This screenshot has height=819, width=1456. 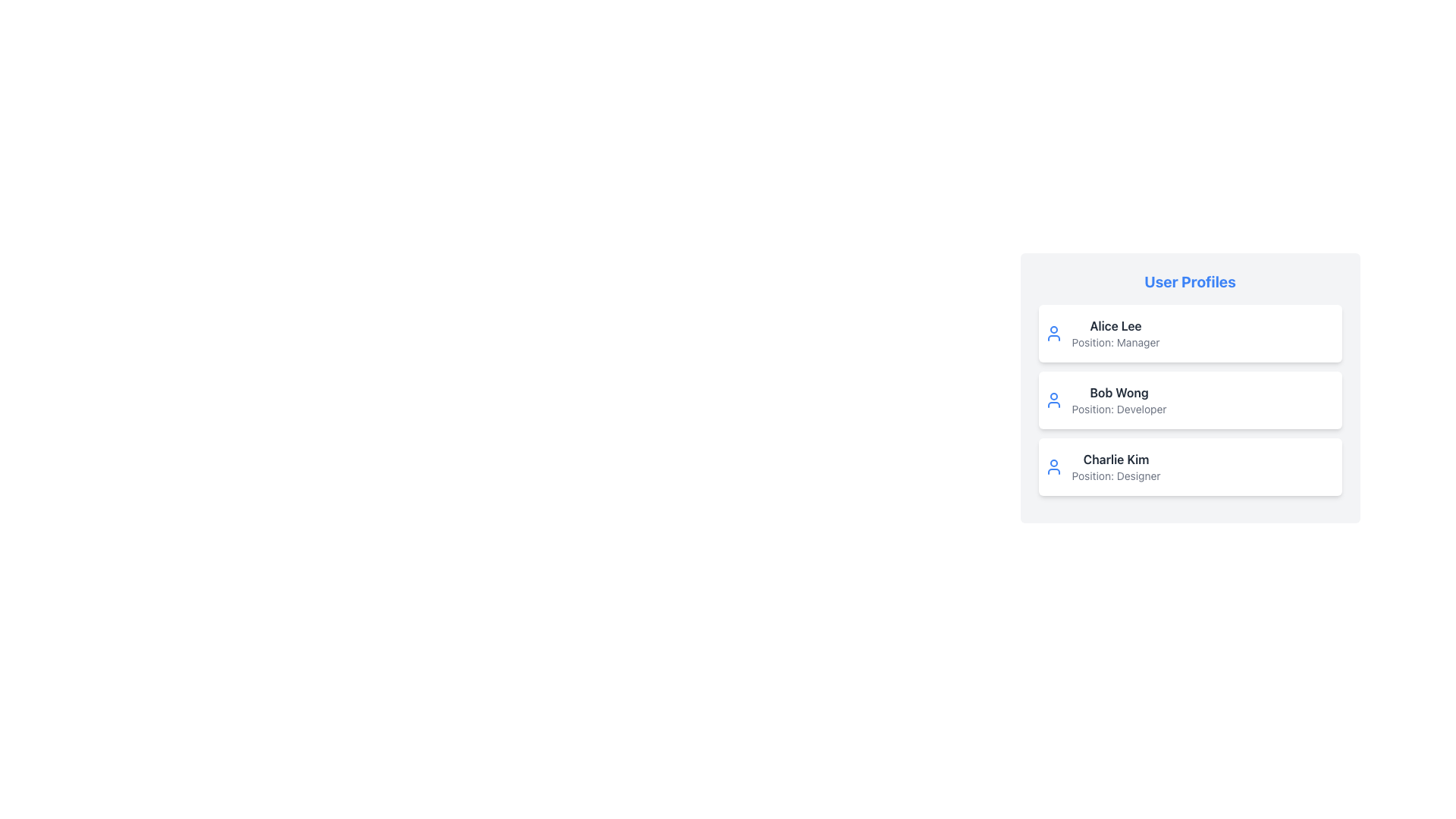 I want to click on the profile name text label at the top of the 'User Profiles' list, which identifies the profile above the text 'Position: Manager', so click(x=1116, y=325).